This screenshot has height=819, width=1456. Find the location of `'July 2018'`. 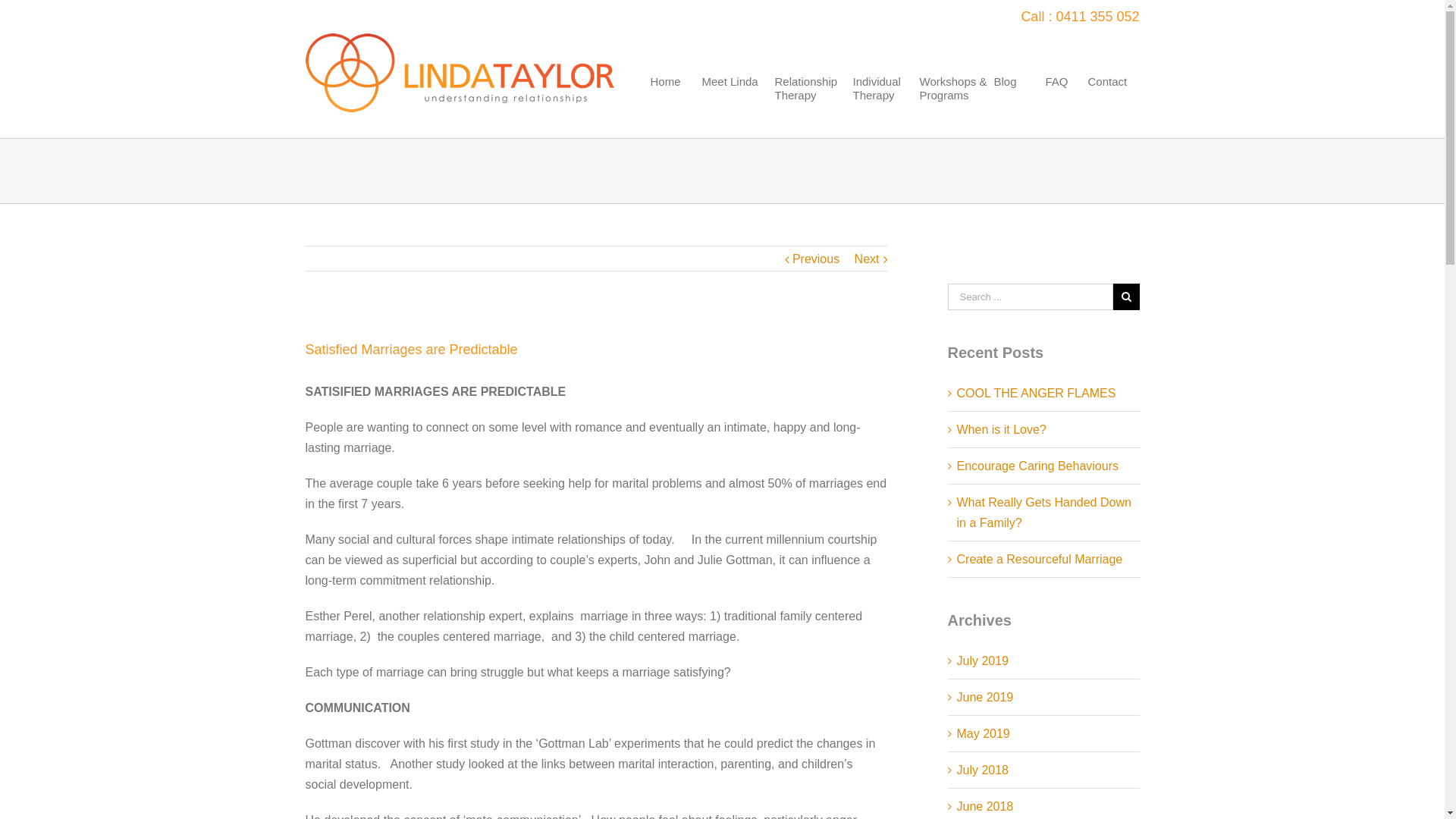

'July 2018' is located at coordinates (983, 770).